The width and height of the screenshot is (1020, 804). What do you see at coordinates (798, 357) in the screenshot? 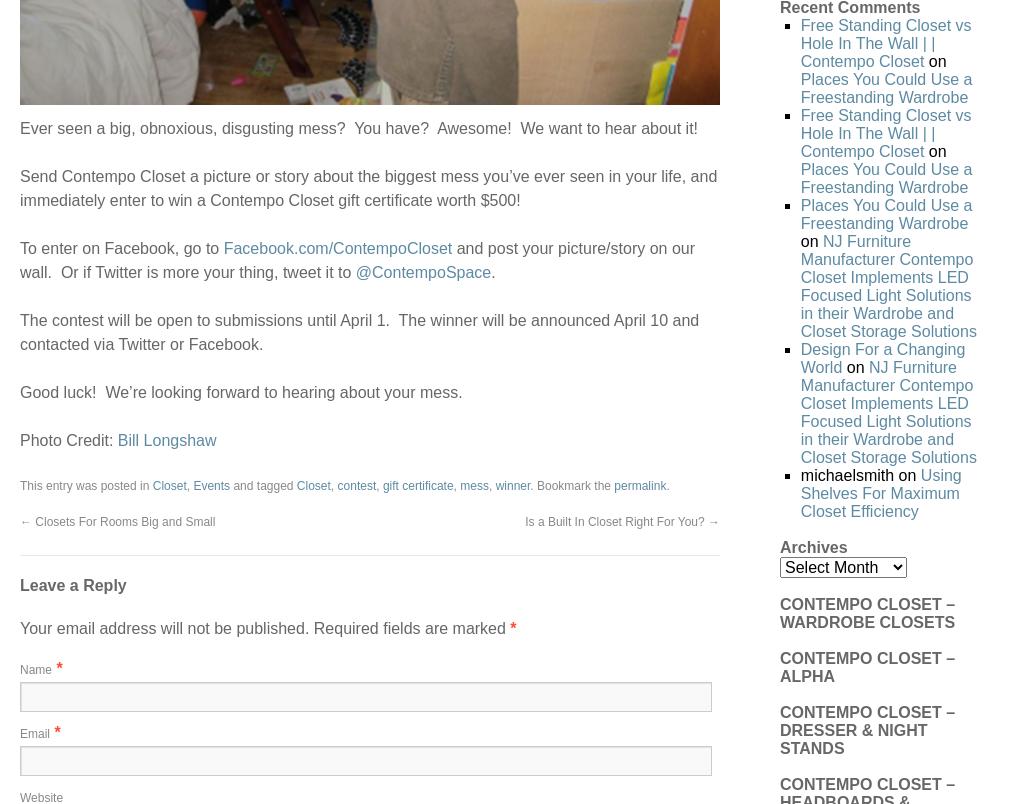
I see `'Design For a Changing World'` at bounding box center [798, 357].